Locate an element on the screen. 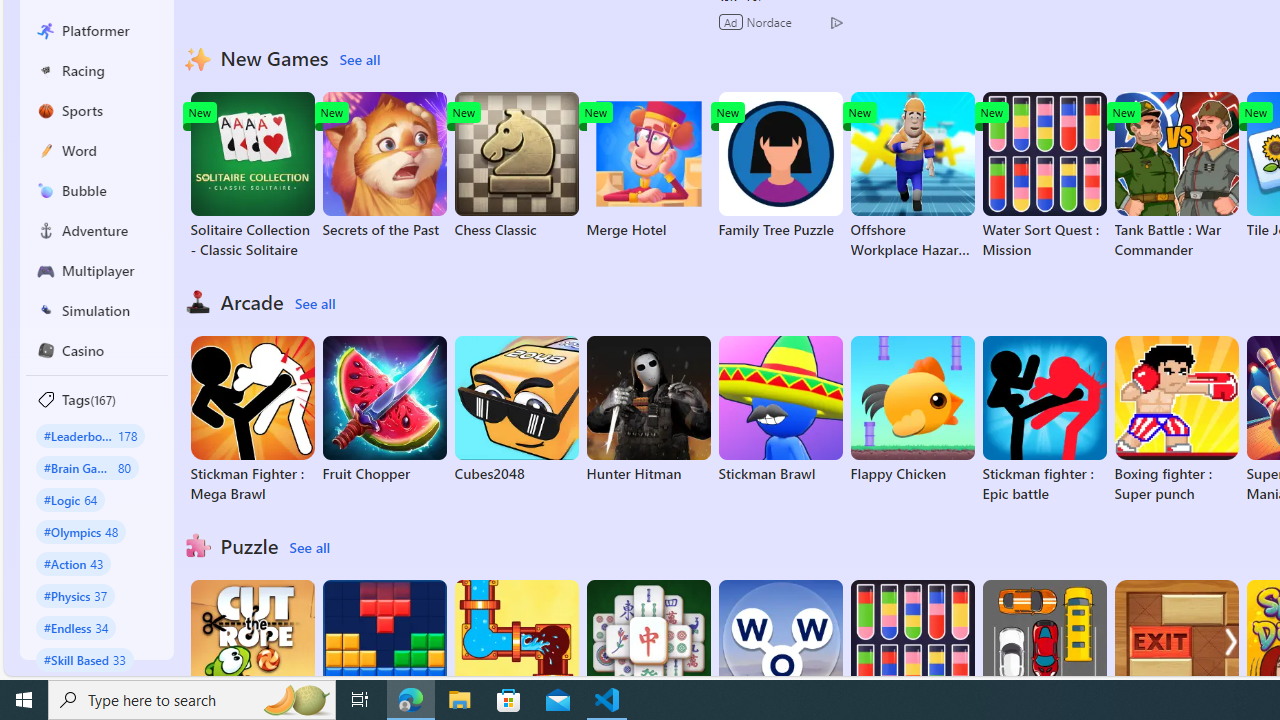  'Family Tree Puzzle' is located at coordinates (779, 164).